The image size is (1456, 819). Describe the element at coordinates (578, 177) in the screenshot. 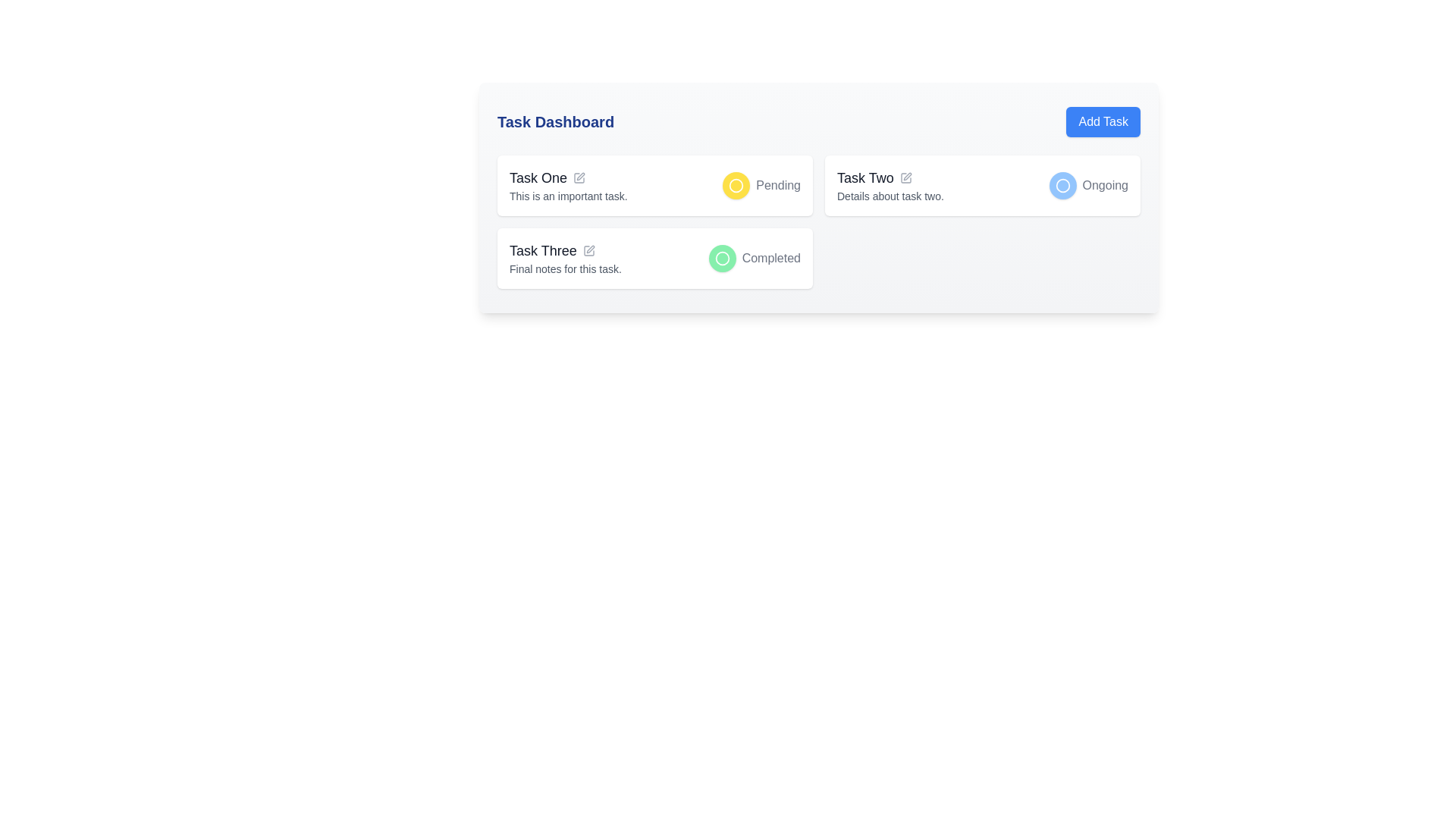

I see `the edit action icon for the 'Task One' item` at that location.